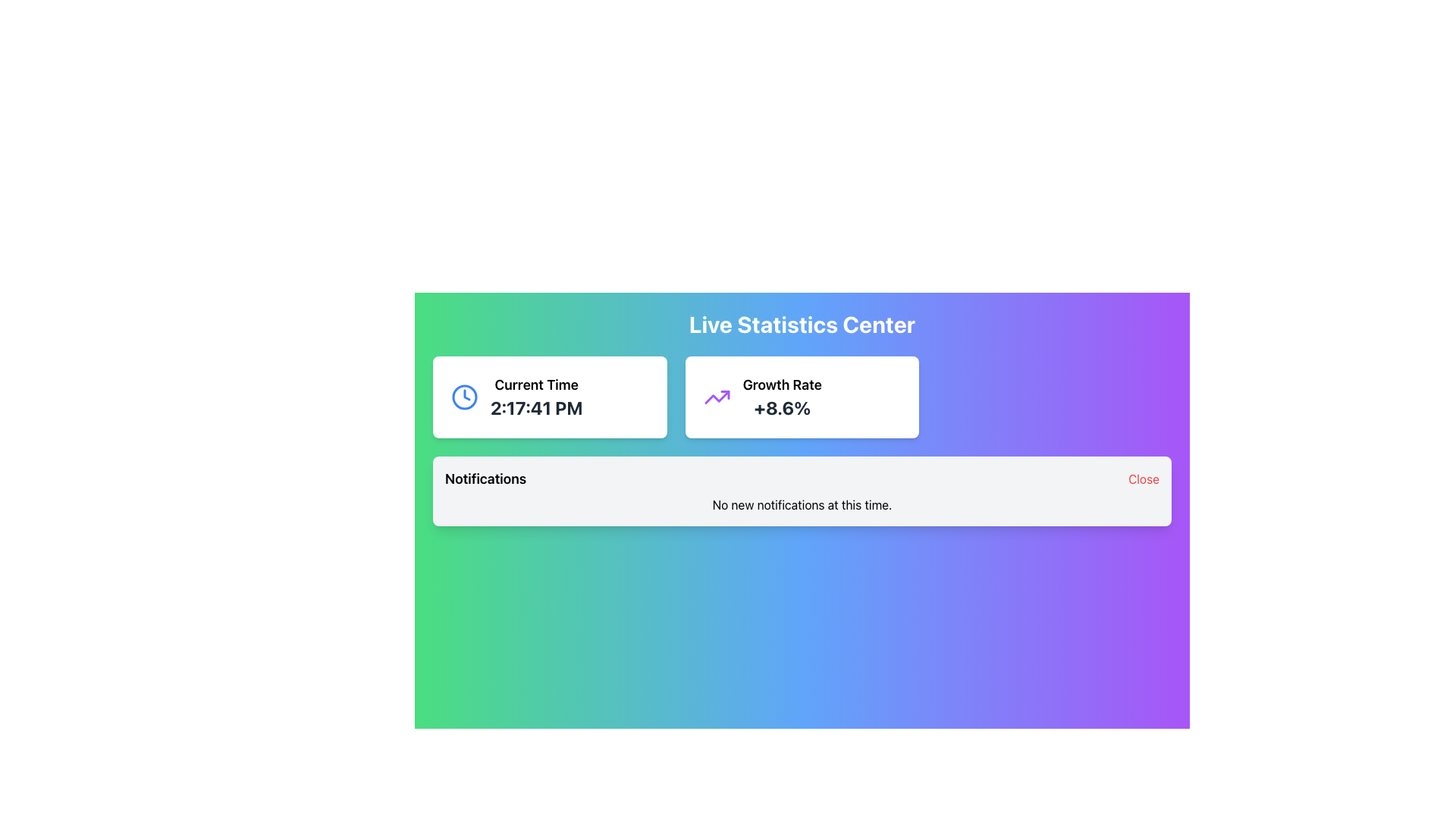 This screenshot has height=819, width=1456. Describe the element at coordinates (538, 384) in the screenshot. I see `the text label displaying 'Current Time' which is bold and black, located at the top-left of a white card with rounded corners` at that location.